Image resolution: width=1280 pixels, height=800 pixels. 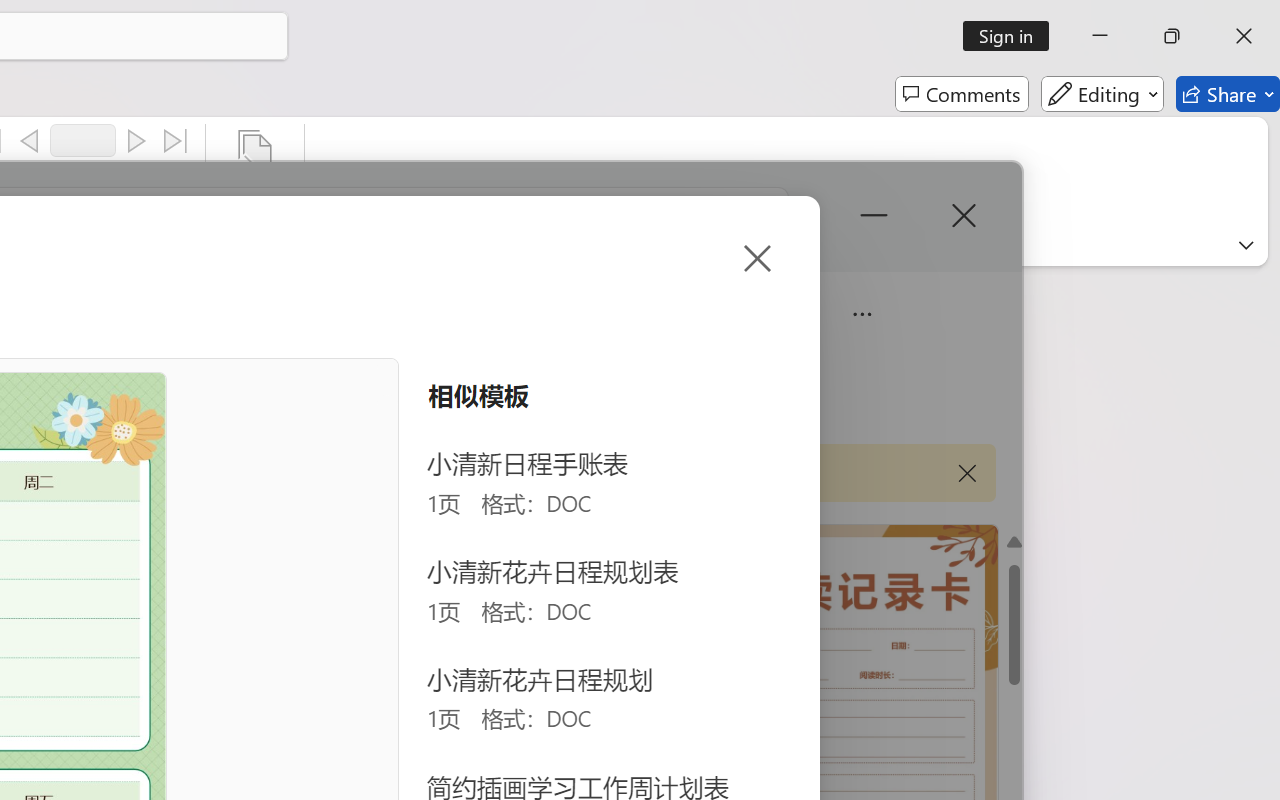 I want to click on 'Next', so click(x=135, y=141).